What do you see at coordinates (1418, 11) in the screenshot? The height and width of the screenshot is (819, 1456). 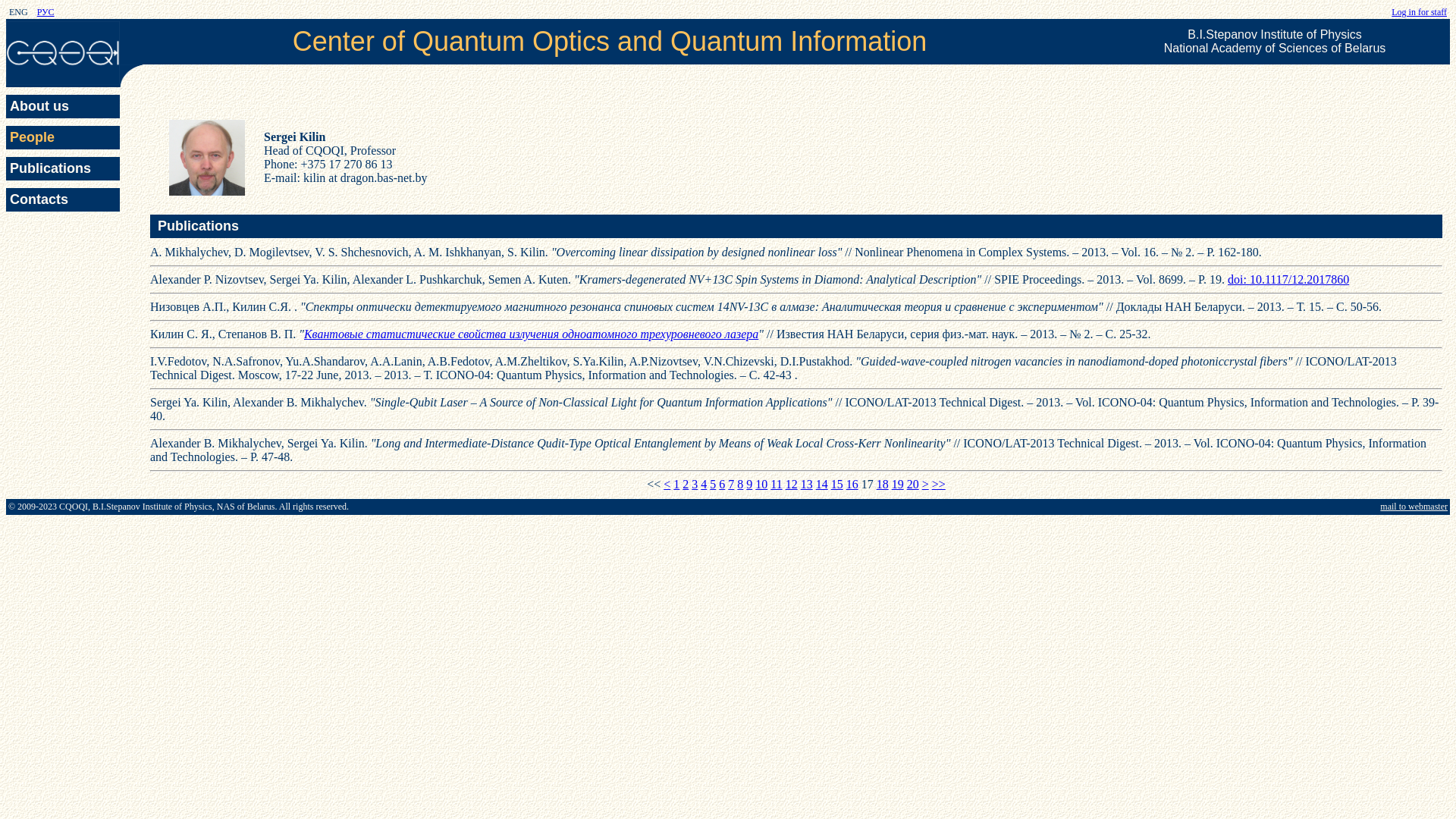 I see `'Log in for staff'` at bounding box center [1418, 11].